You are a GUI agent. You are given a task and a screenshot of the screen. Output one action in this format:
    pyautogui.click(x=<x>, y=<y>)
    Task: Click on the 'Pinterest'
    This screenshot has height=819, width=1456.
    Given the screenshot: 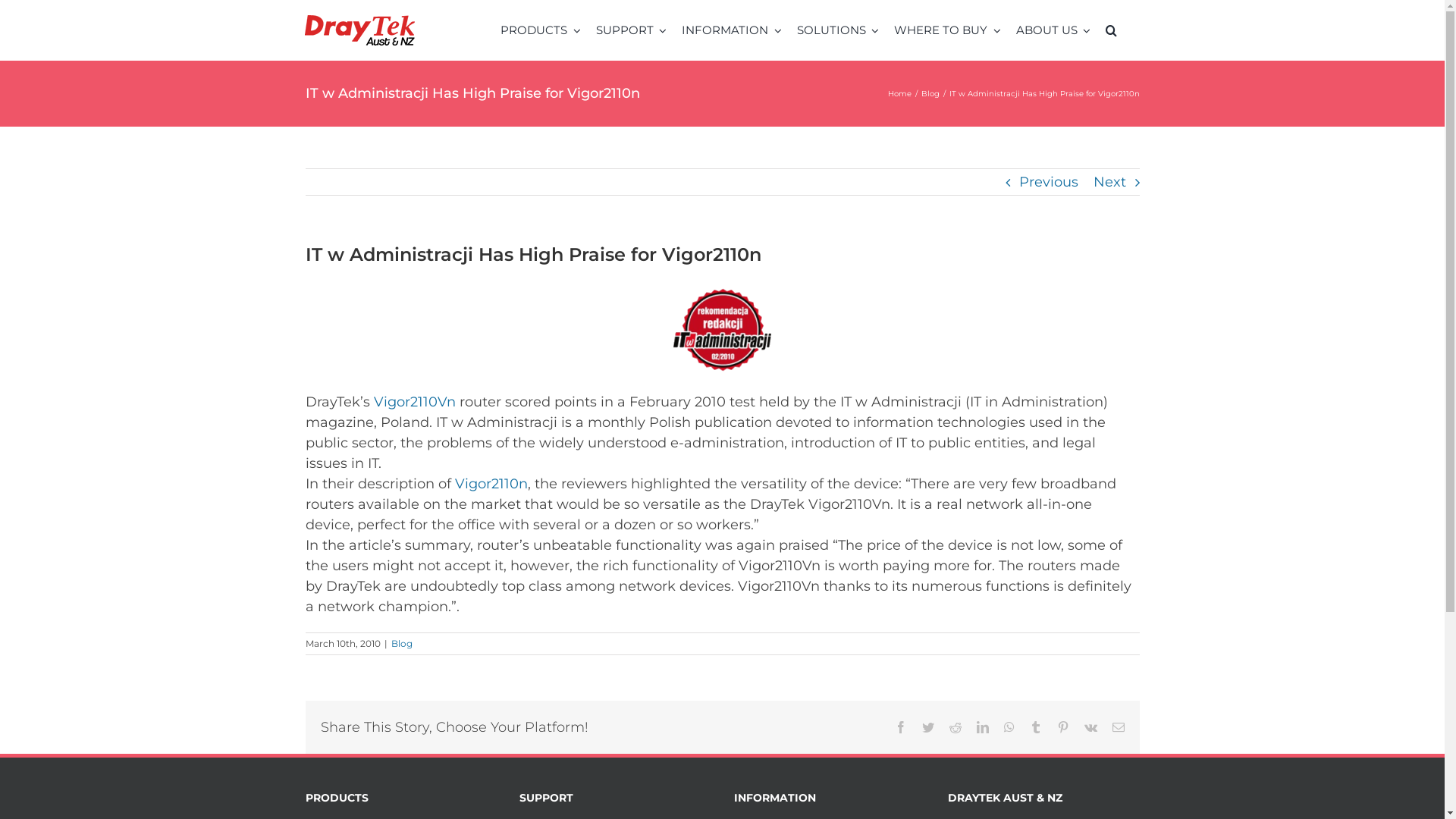 What is the action you would take?
    pyautogui.click(x=1062, y=726)
    